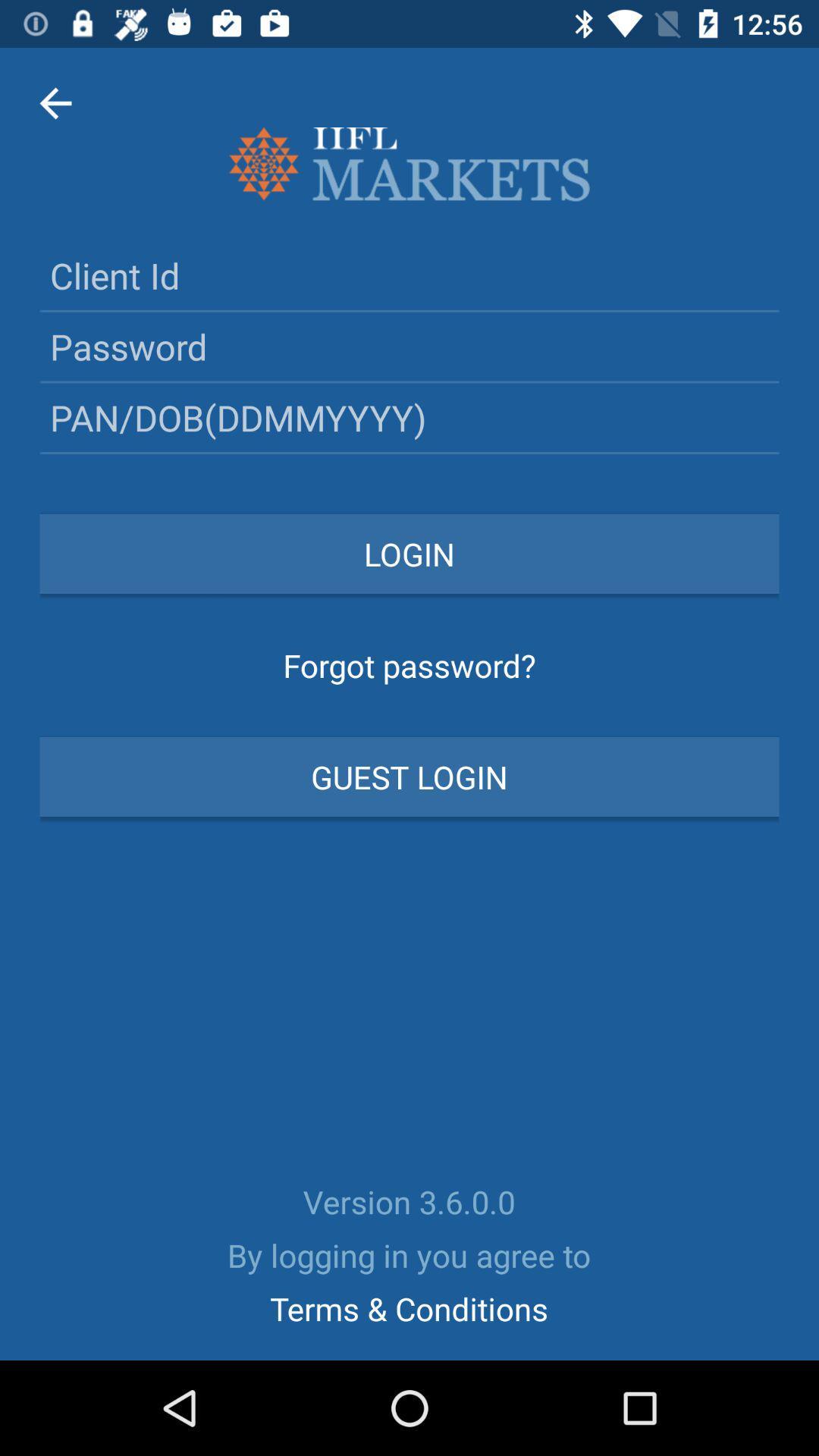 The width and height of the screenshot is (819, 1456). What do you see at coordinates (409, 417) in the screenshot?
I see `date of birth` at bounding box center [409, 417].